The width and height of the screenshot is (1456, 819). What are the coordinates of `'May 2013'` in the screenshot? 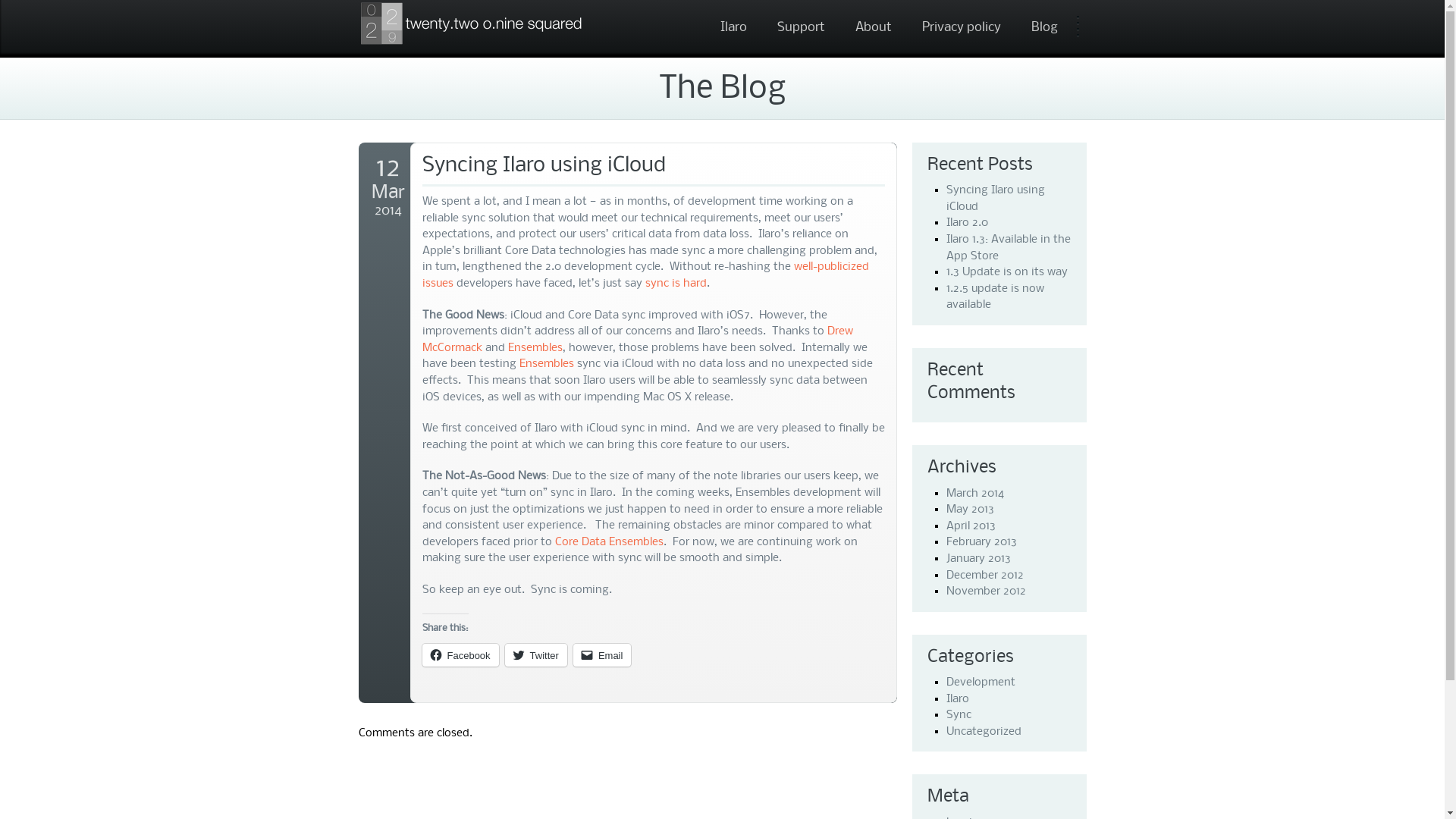 It's located at (946, 509).